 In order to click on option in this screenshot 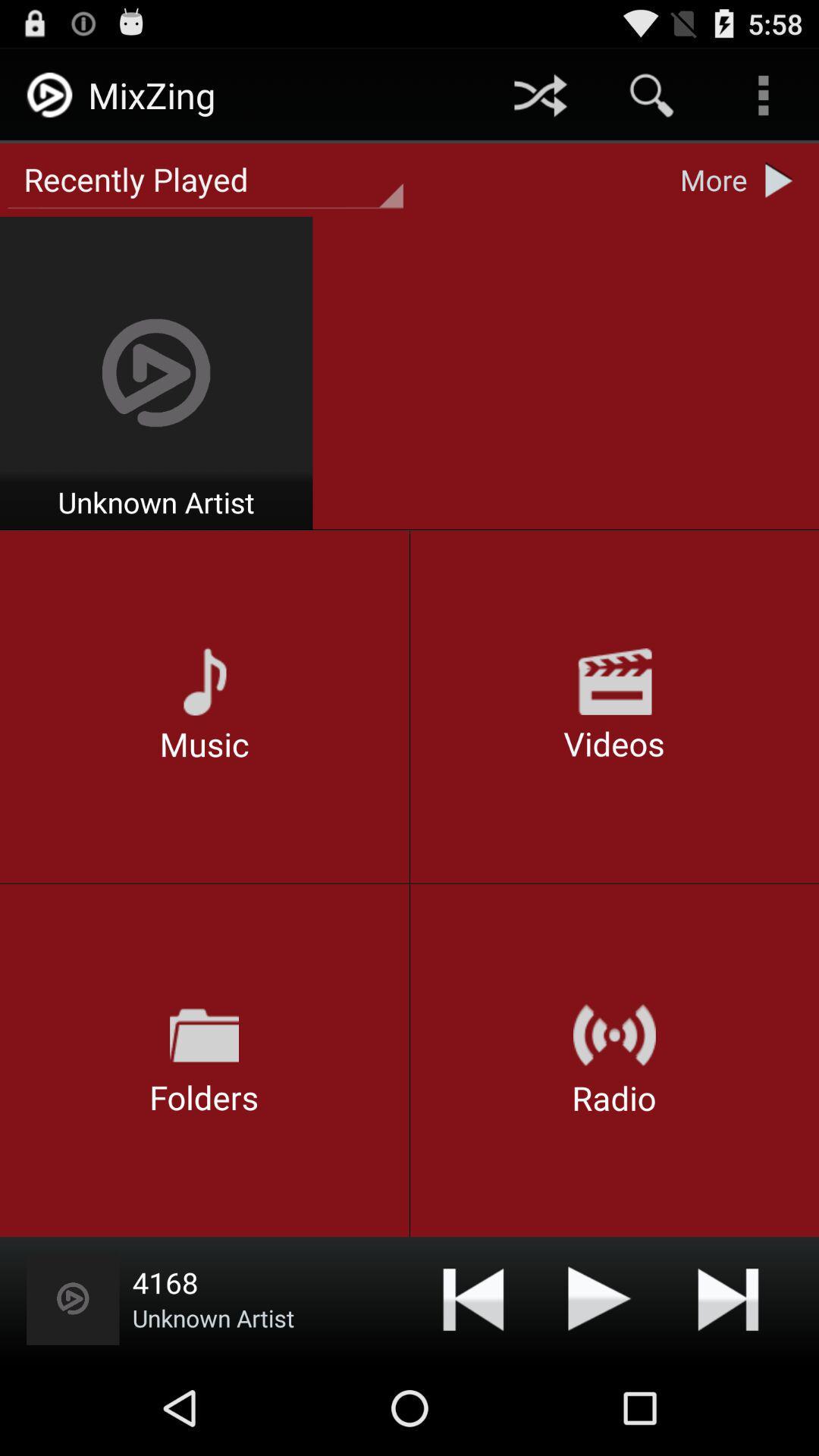, I will do `click(599, 1298)`.